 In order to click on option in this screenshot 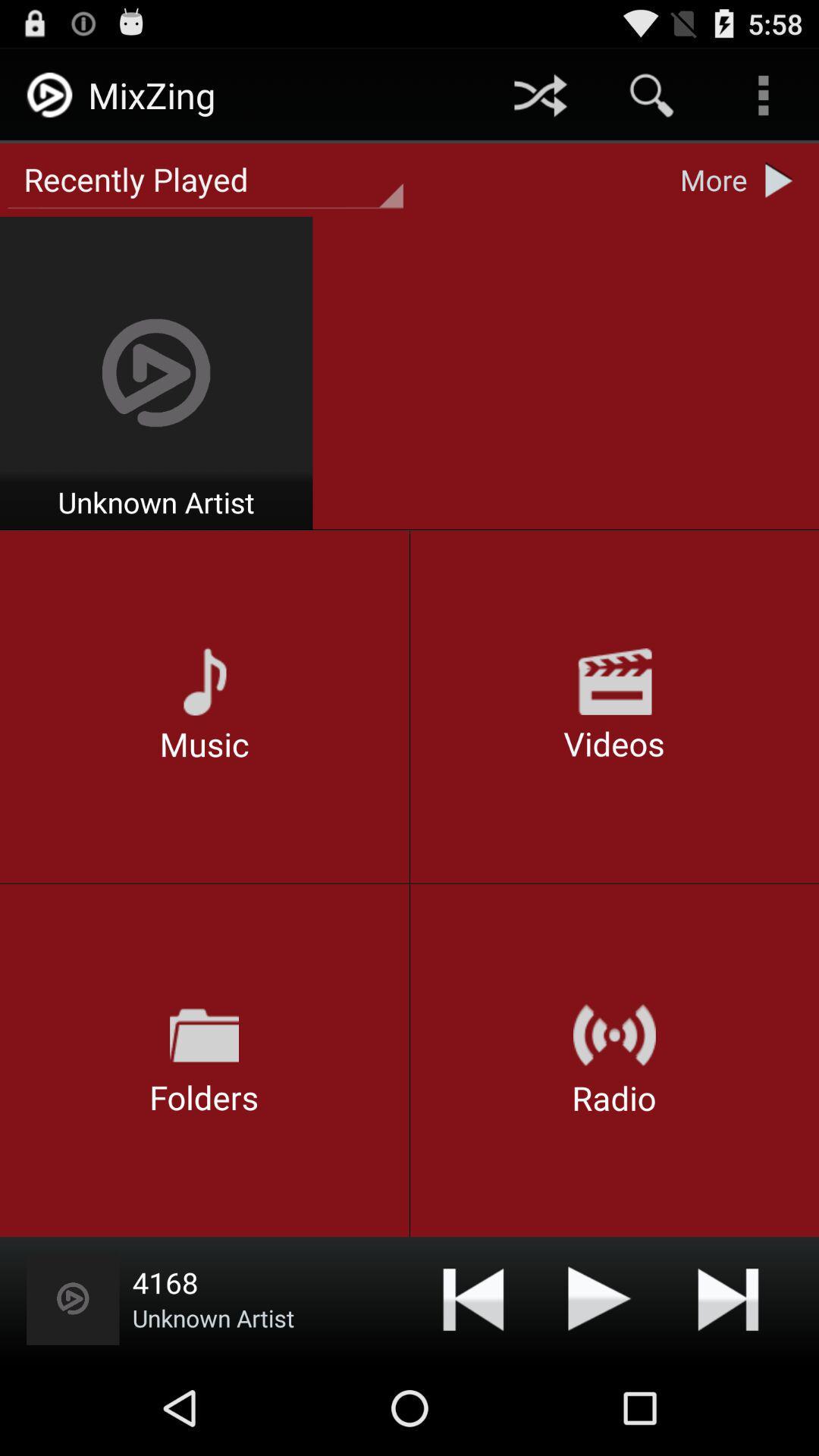, I will do `click(599, 1298)`.